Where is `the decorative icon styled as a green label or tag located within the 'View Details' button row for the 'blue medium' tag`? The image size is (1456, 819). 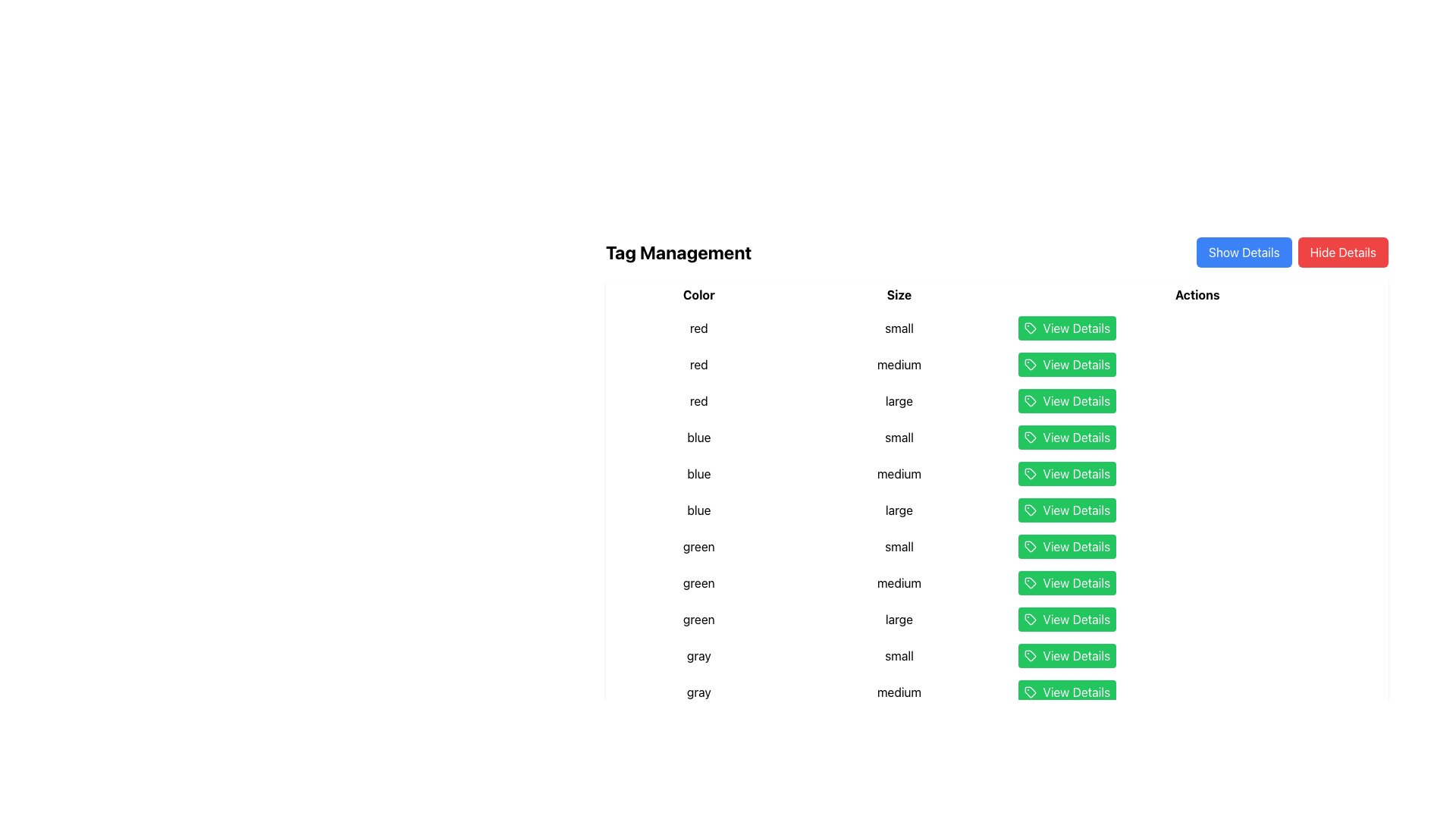 the decorative icon styled as a green label or tag located within the 'View Details' button row for the 'blue medium' tag is located at coordinates (1031, 472).